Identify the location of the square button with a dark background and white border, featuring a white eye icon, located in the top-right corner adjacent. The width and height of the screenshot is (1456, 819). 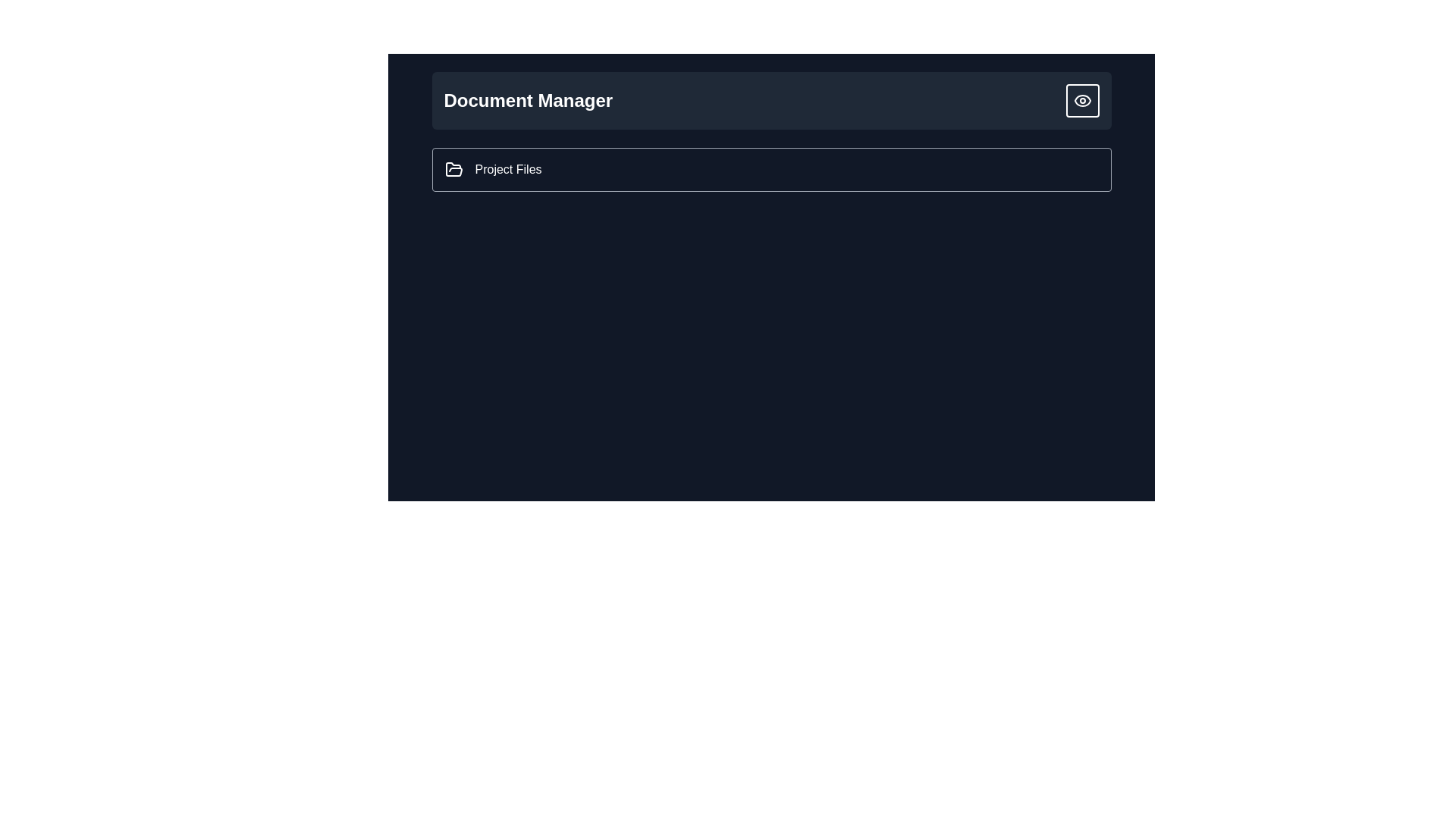
(1081, 100).